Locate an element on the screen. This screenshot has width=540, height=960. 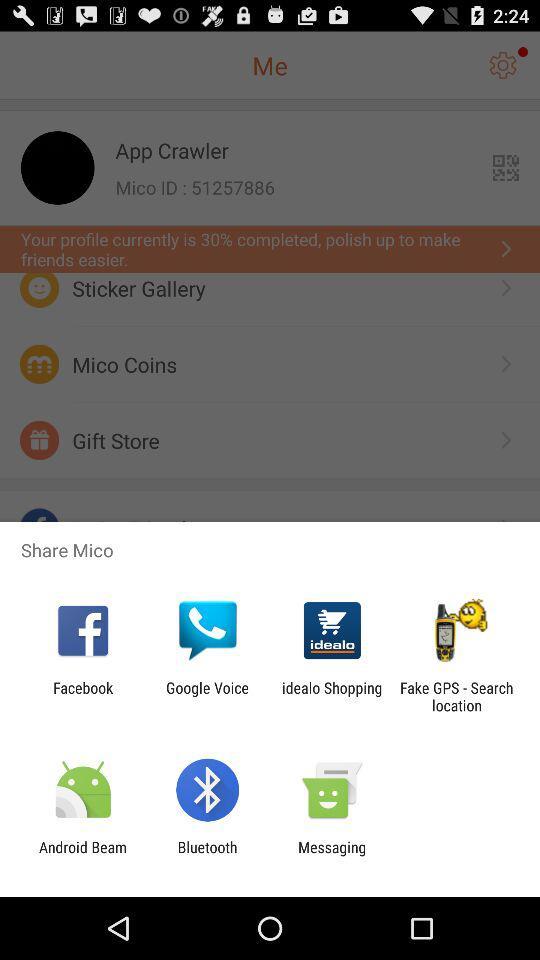
the android beam item is located at coordinates (82, 855).